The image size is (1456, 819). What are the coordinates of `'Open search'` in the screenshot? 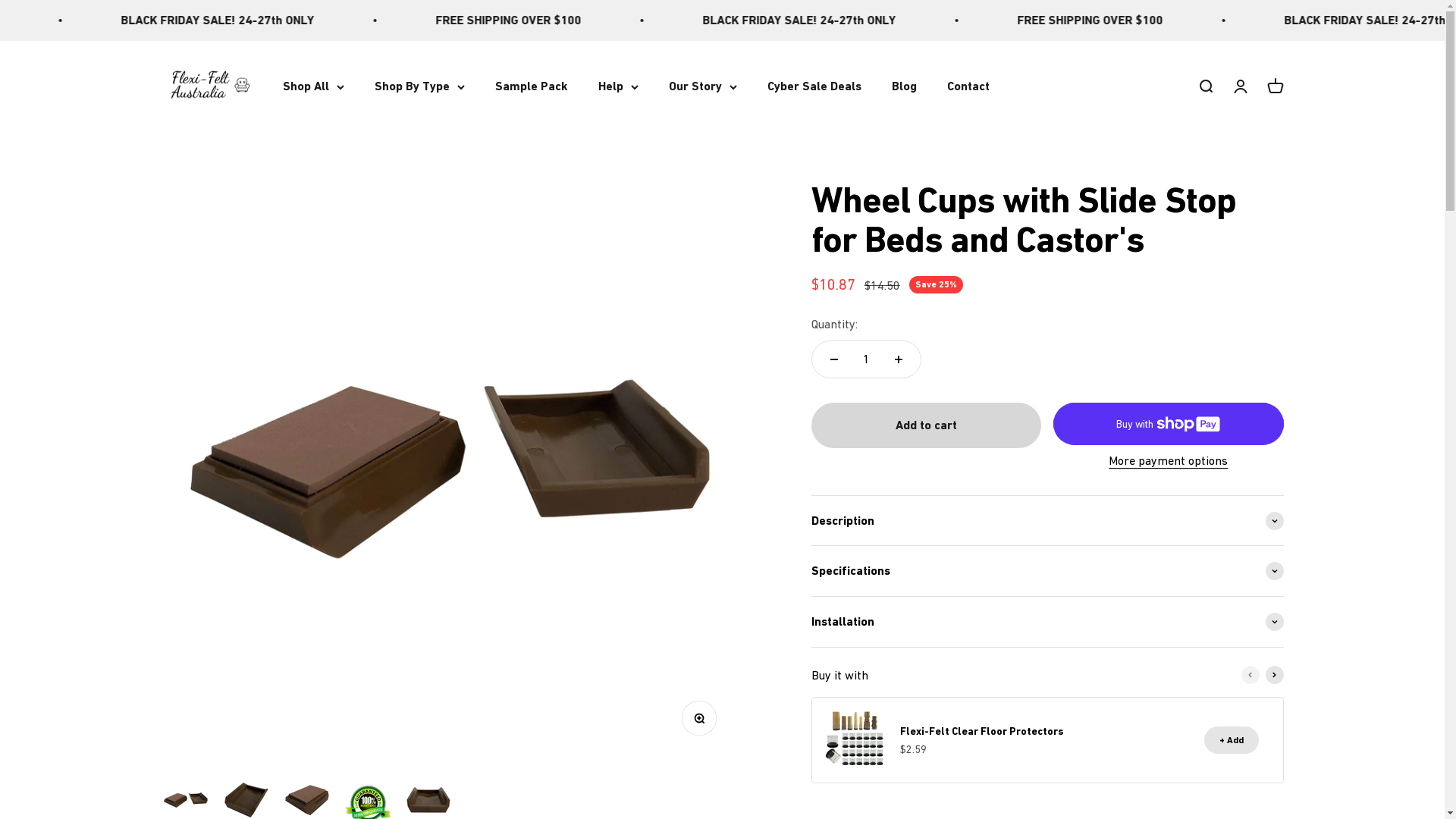 It's located at (1203, 86).